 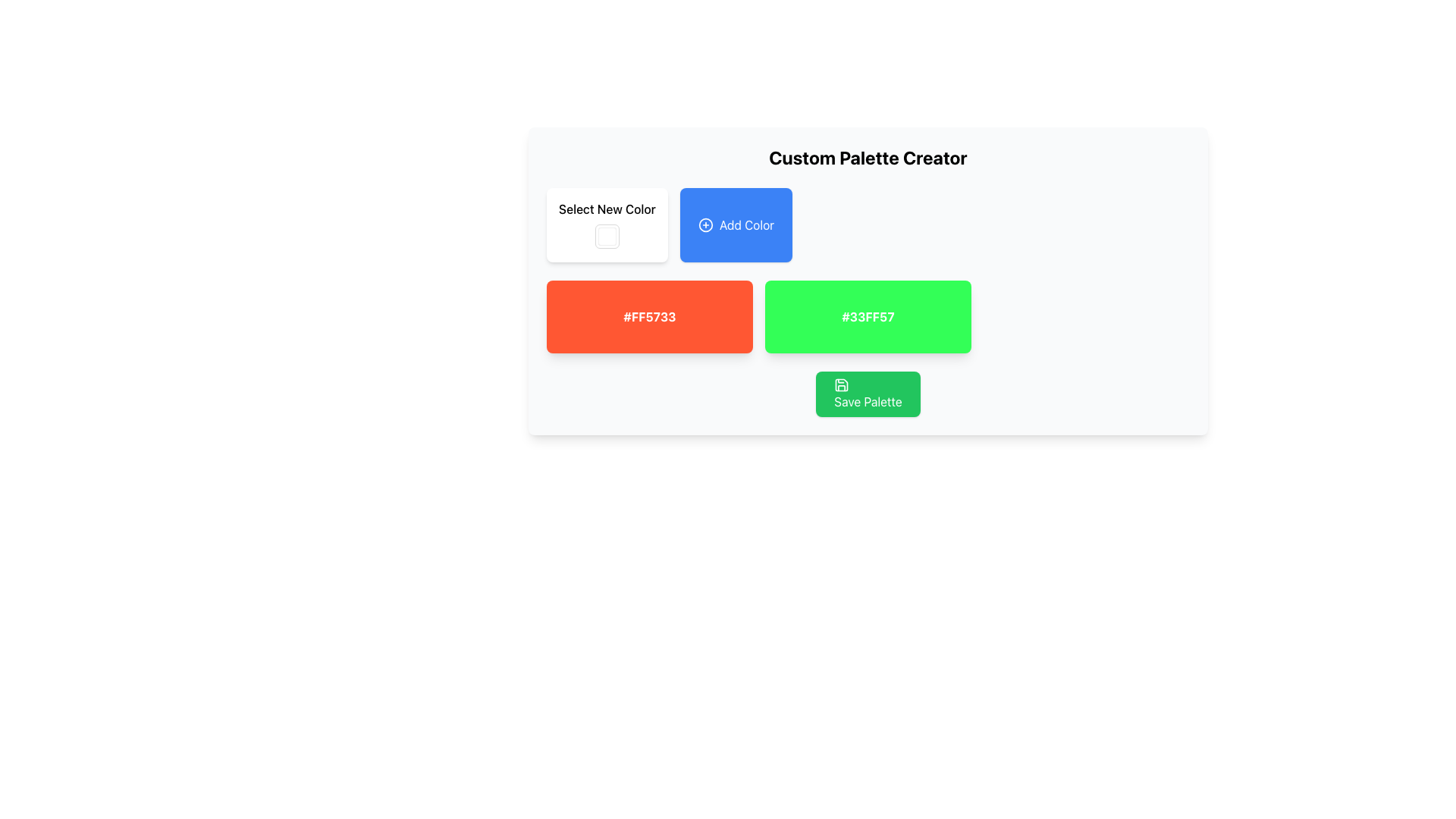 I want to click on the color picker trigger labeled 'Select New Color', so click(x=607, y=225).